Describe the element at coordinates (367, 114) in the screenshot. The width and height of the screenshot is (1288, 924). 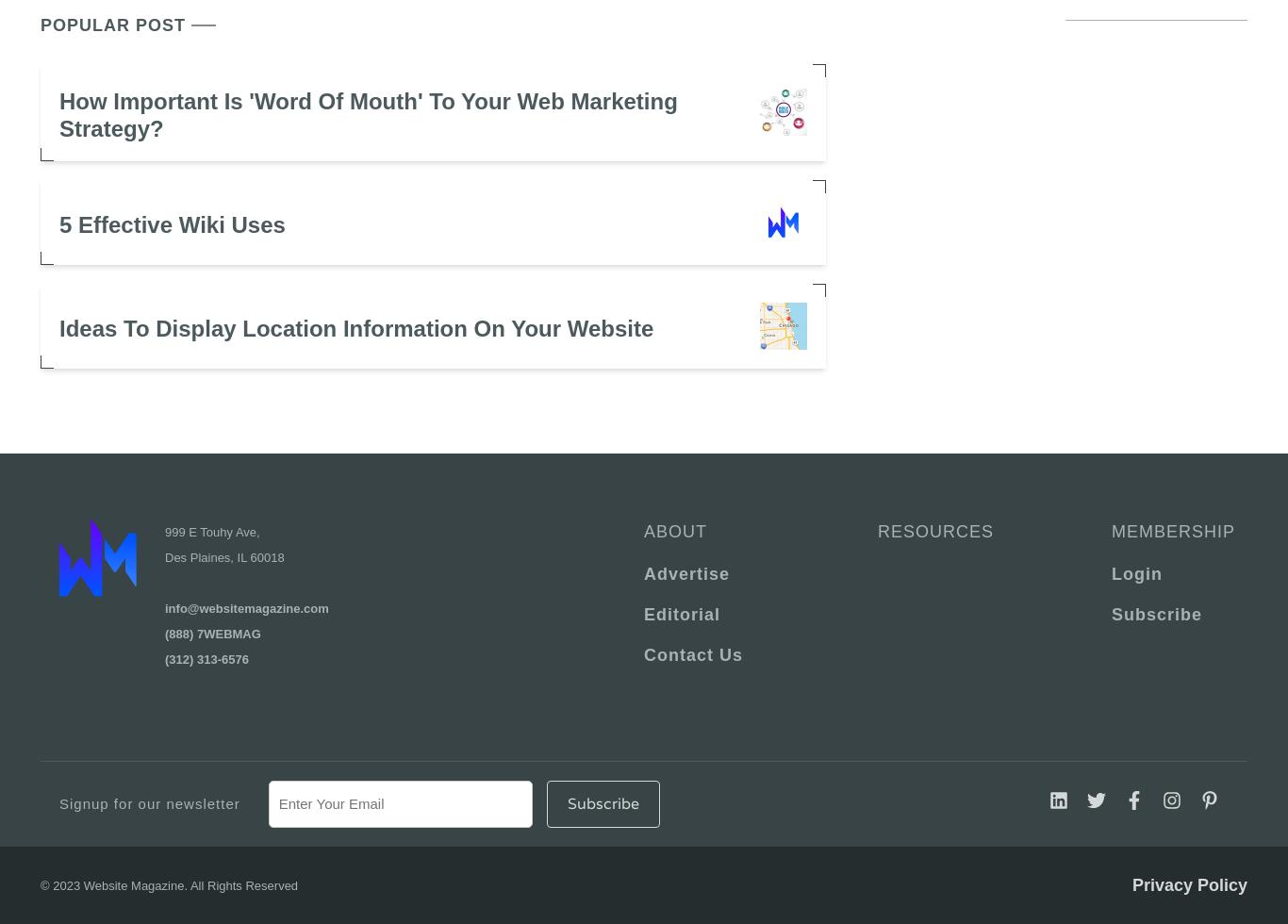
I see `'How Important Is 'Word of Mouth' To Your Web Marketing Strategy?'` at that location.